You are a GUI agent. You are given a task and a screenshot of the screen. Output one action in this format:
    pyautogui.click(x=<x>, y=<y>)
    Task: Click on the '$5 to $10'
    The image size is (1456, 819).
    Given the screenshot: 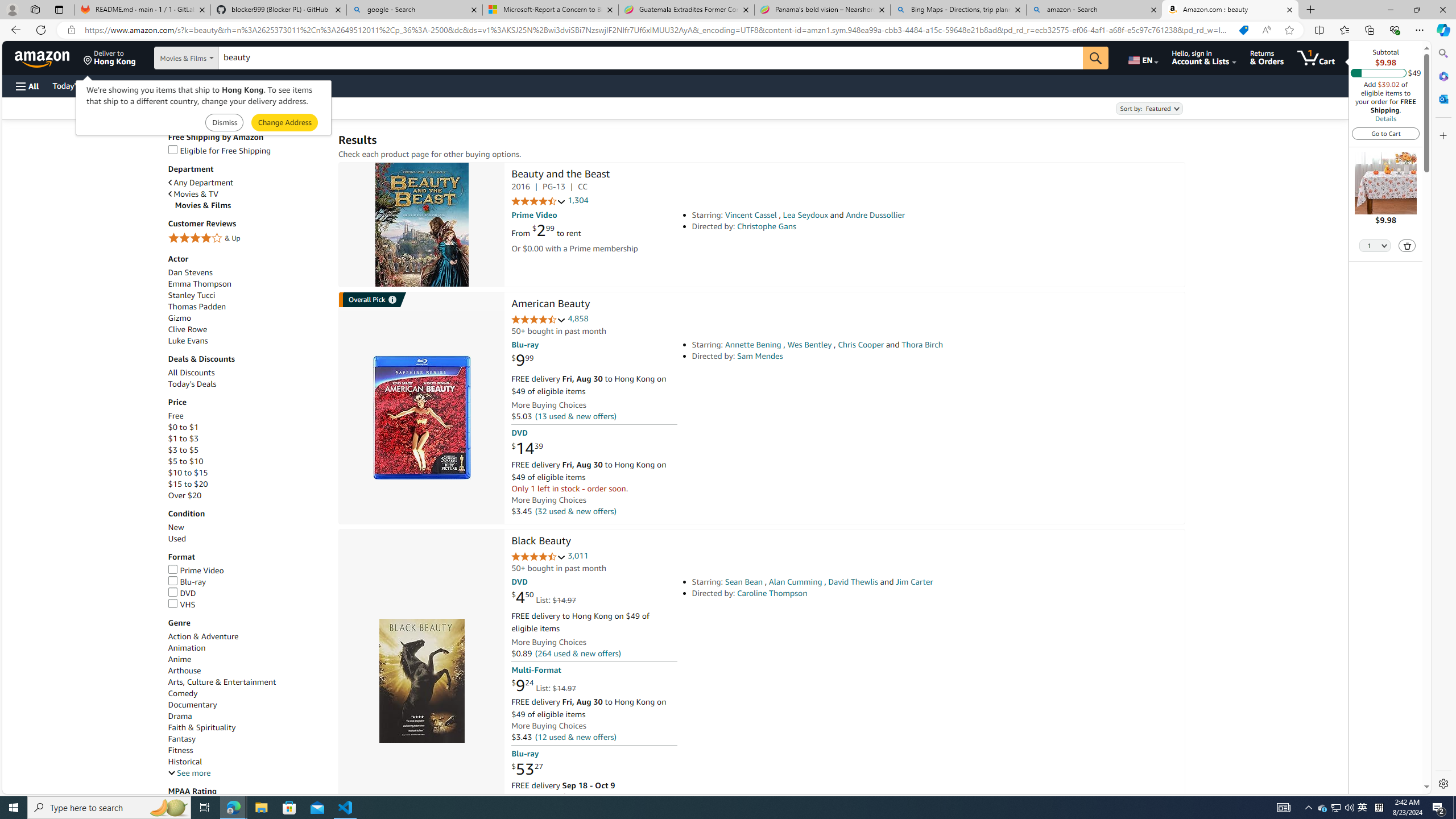 What is the action you would take?
    pyautogui.click(x=247, y=461)
    